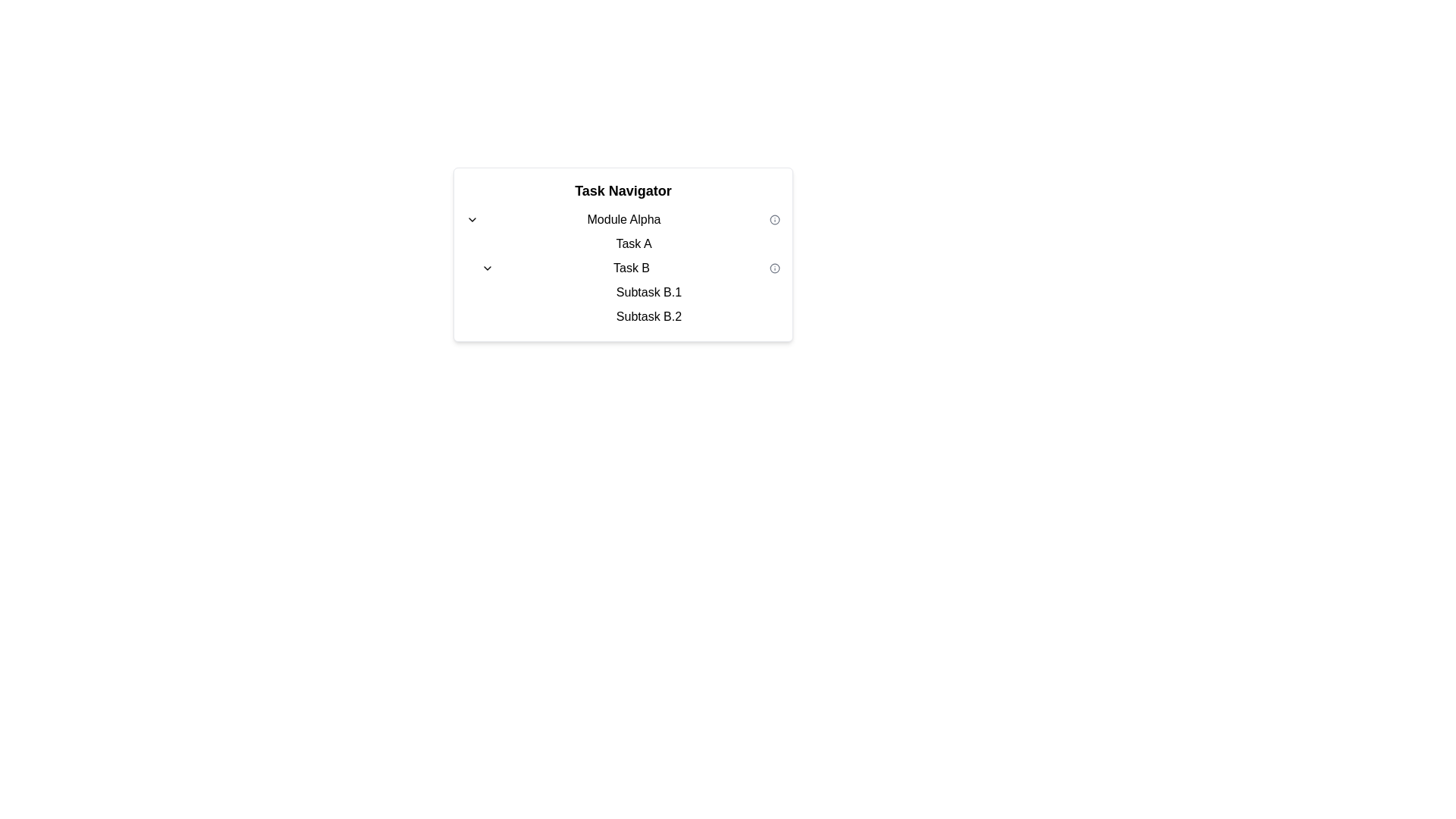 The width and height of the screenshot is (1456, 819). I want to click on the circular element styled as part of an SVG graphic, positioned in the upper-right corner of the 'Task Navigator' panel, near the text 'Module Alpha', so click(775, 219).